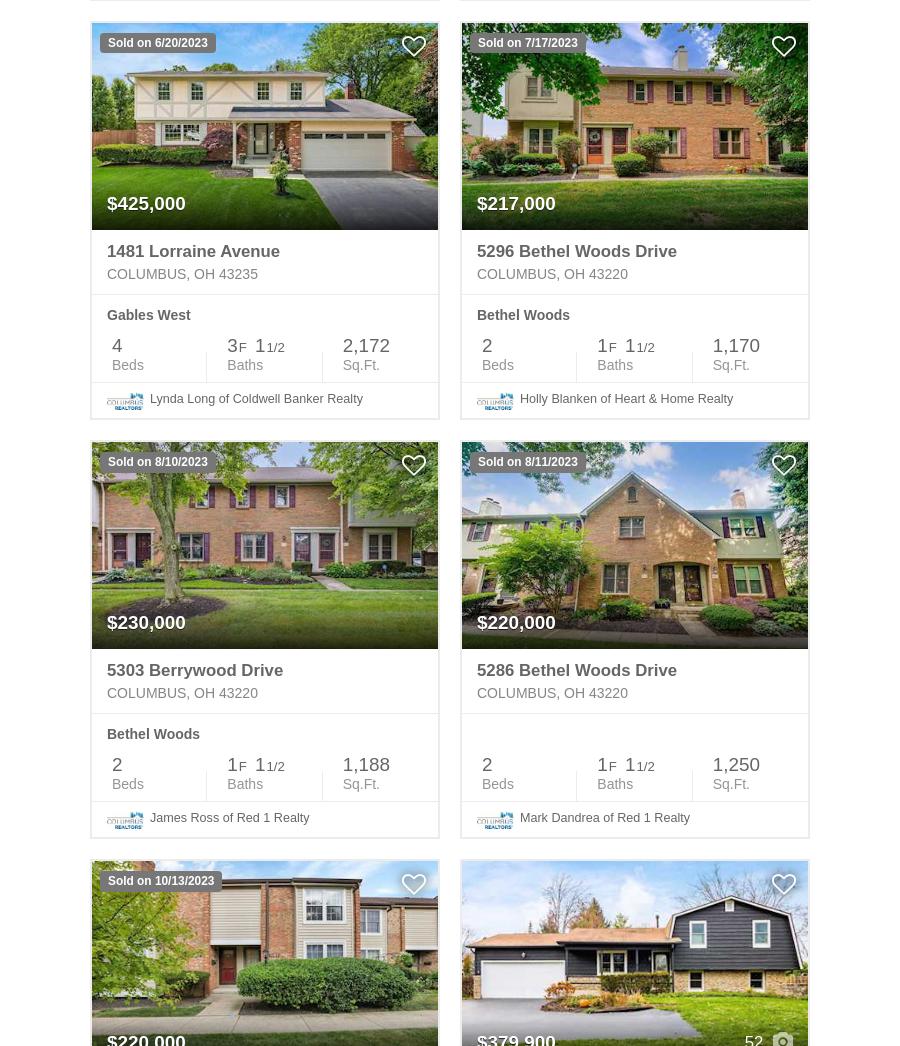  What do you see at coordinates (604, 817) in the screenshot?
I see `'Mark Dandrea of Red 1 Realty'` at bounding box center [604, 817].